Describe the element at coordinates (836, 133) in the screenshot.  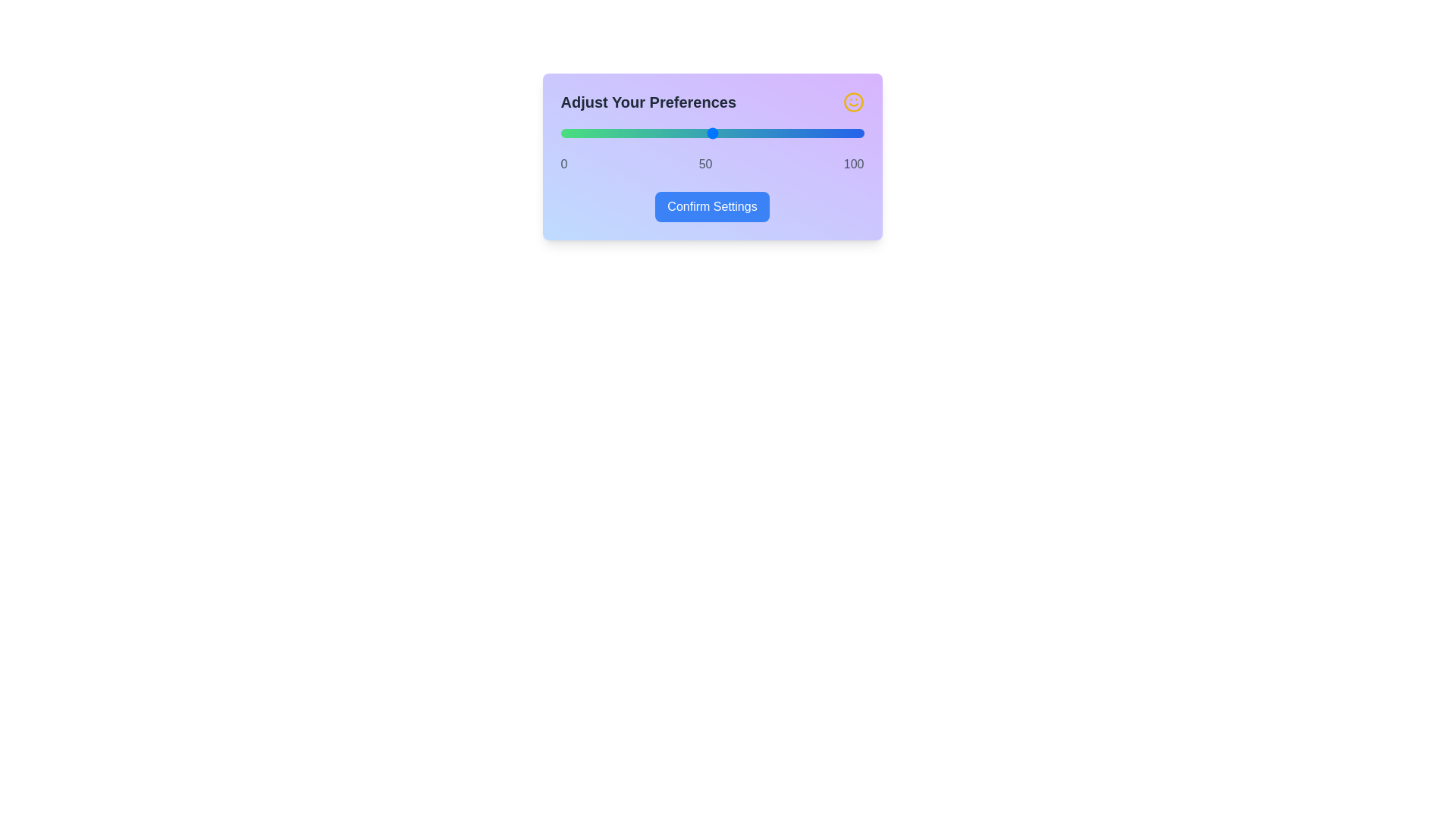
I see `the slider to set the value to 91` at that location.